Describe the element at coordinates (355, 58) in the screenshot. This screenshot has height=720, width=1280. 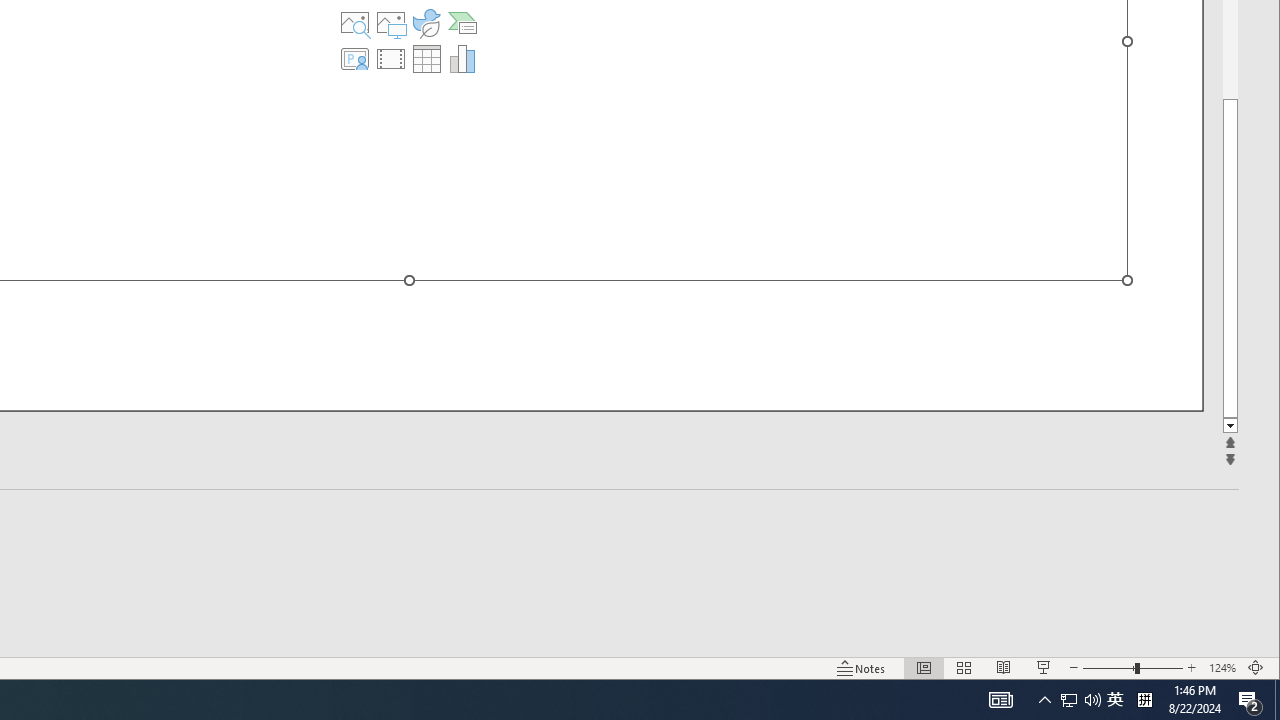
I see `'Insert Cameo'` at that location.